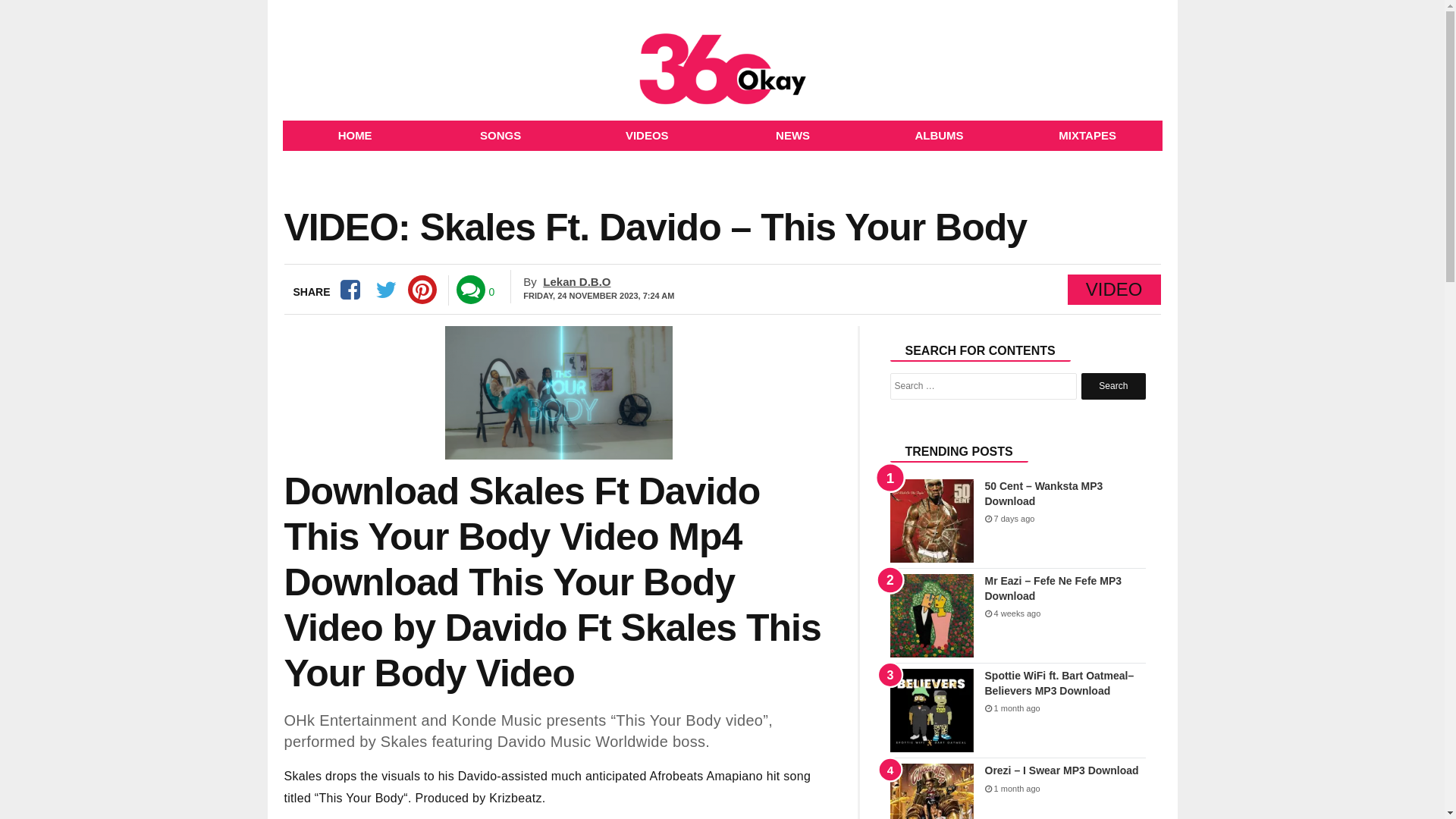 This screenshot has width=1456, height=819. I want to click on 'pinterest', so click(407, 289).